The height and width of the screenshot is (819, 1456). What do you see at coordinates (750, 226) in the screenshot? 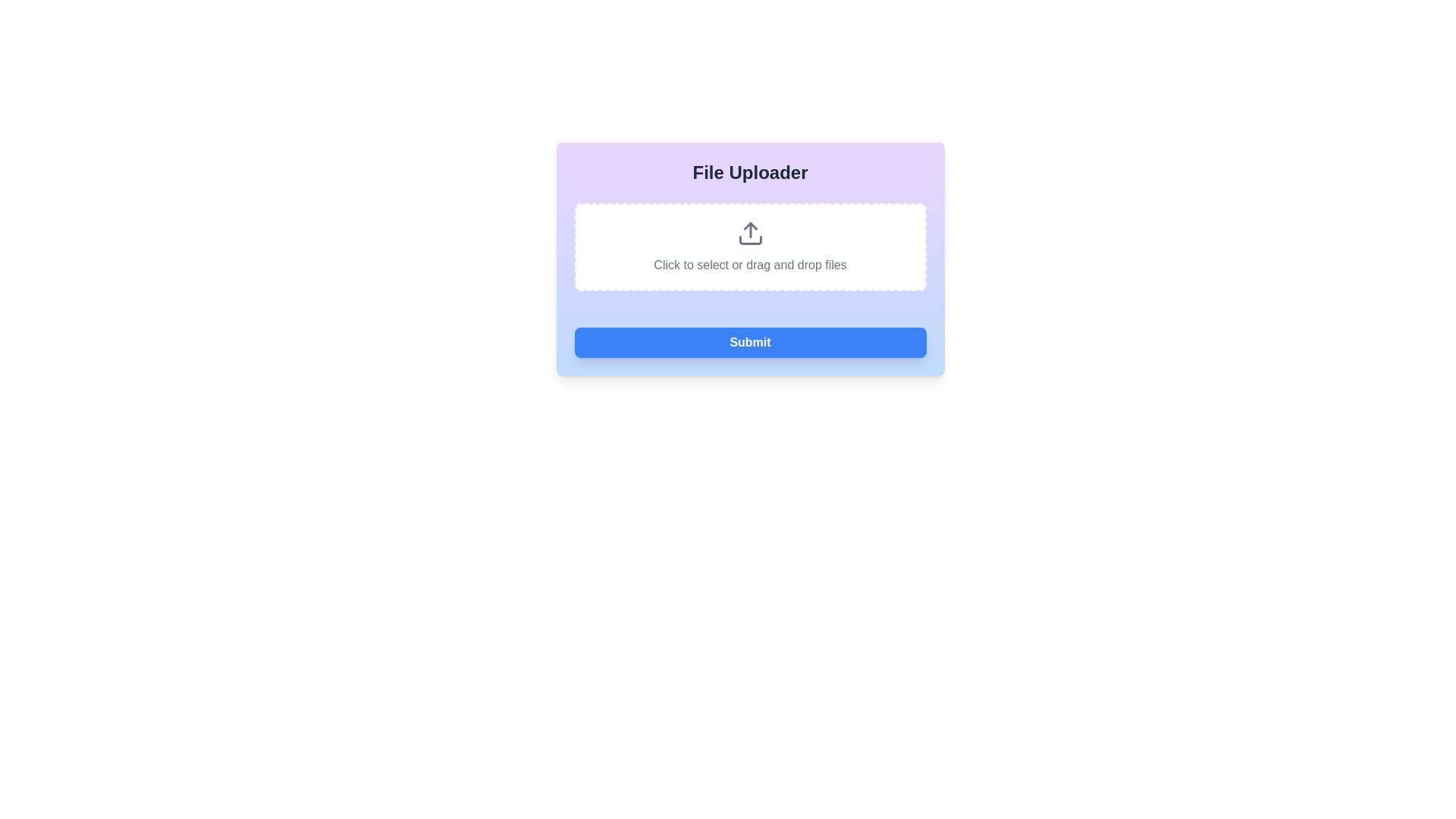
I see `the upward-pointing triangle icon that is part of the upload symbol, which is centrally aligned in the layout's central card section` at bounding box center [750, 226].